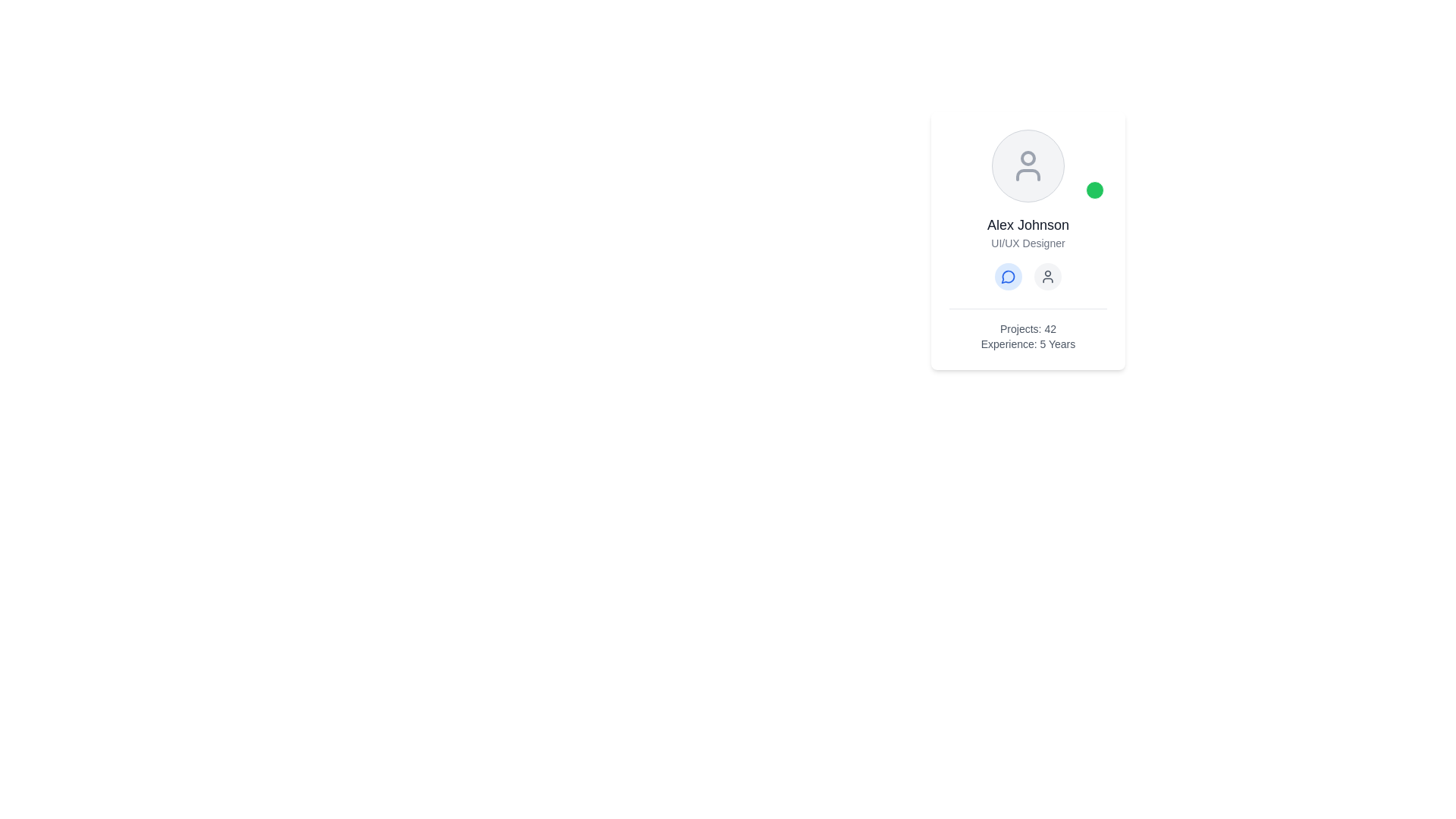 This screenshot has width=1456, height=819. What do you see at coordinates (1021, 328) in the screenshot?
I see `the text label that indicates the number of projects, located within the profile card, below the user's role description and above the 'Experience:' label` at bounding box center [1021, 328].